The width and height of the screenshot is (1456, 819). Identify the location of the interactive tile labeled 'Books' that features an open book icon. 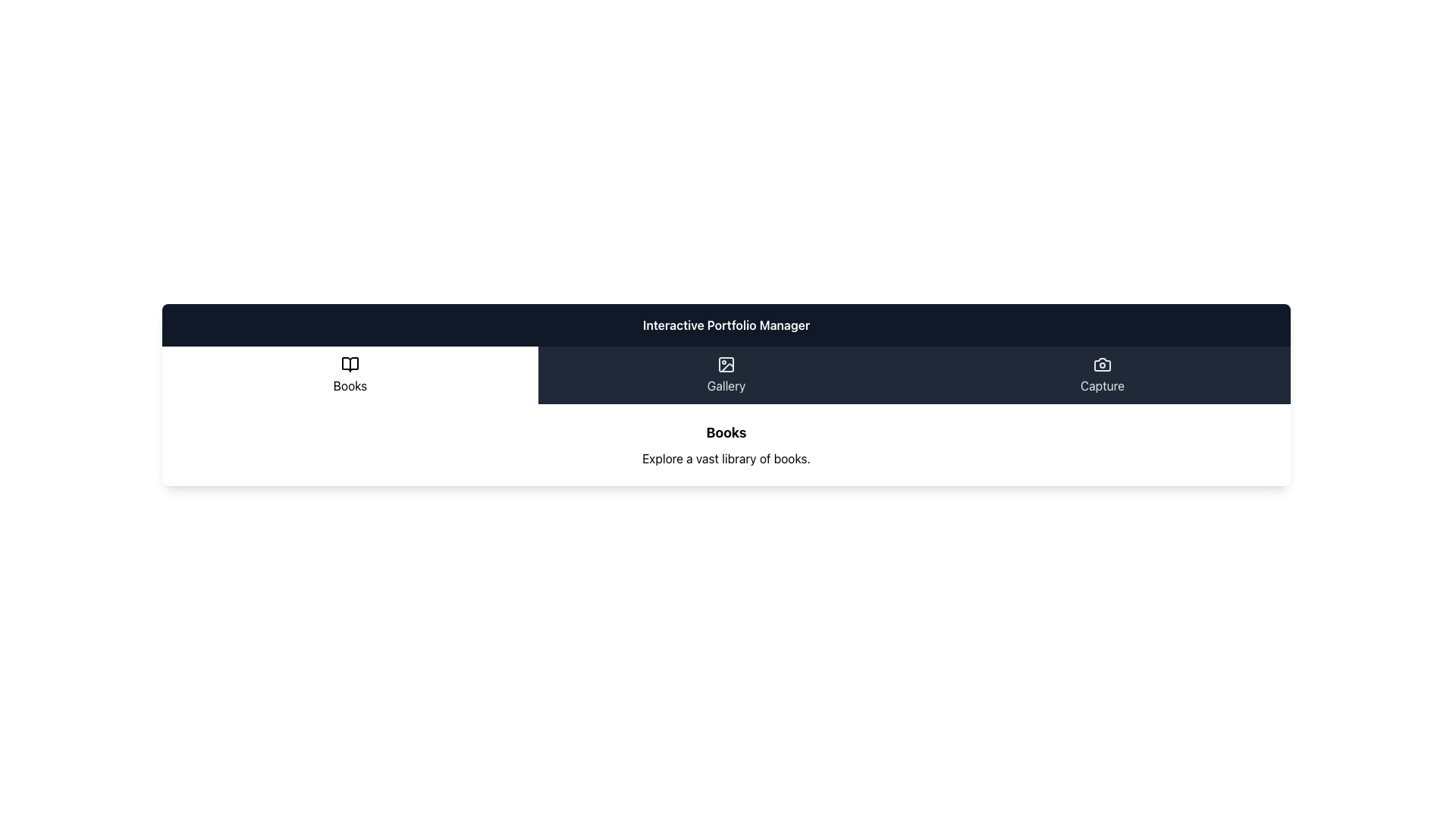
(349, 375).